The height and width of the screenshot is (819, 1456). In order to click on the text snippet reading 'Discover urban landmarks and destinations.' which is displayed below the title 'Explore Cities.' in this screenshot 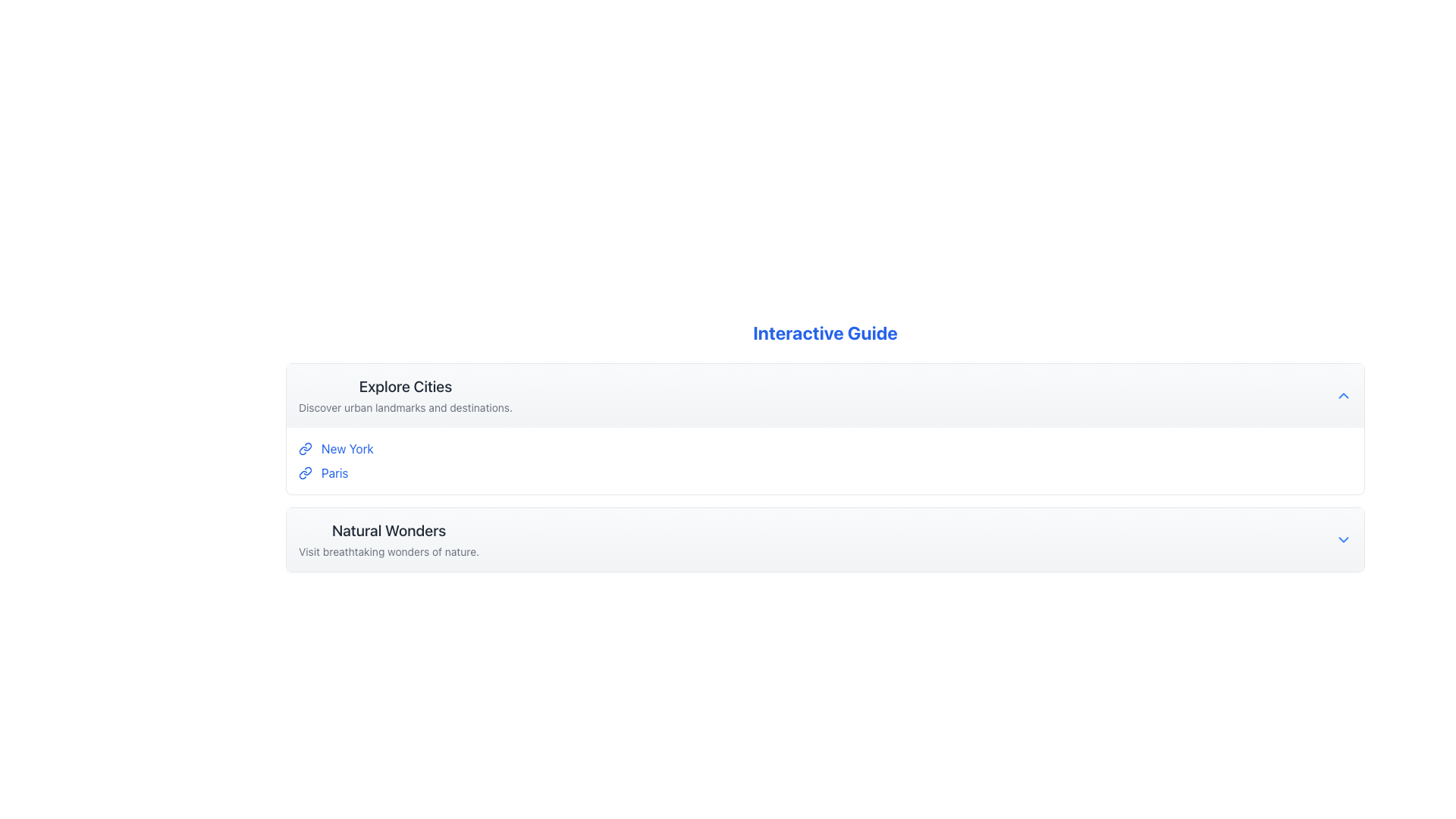, I will do `click(406, 406)`.